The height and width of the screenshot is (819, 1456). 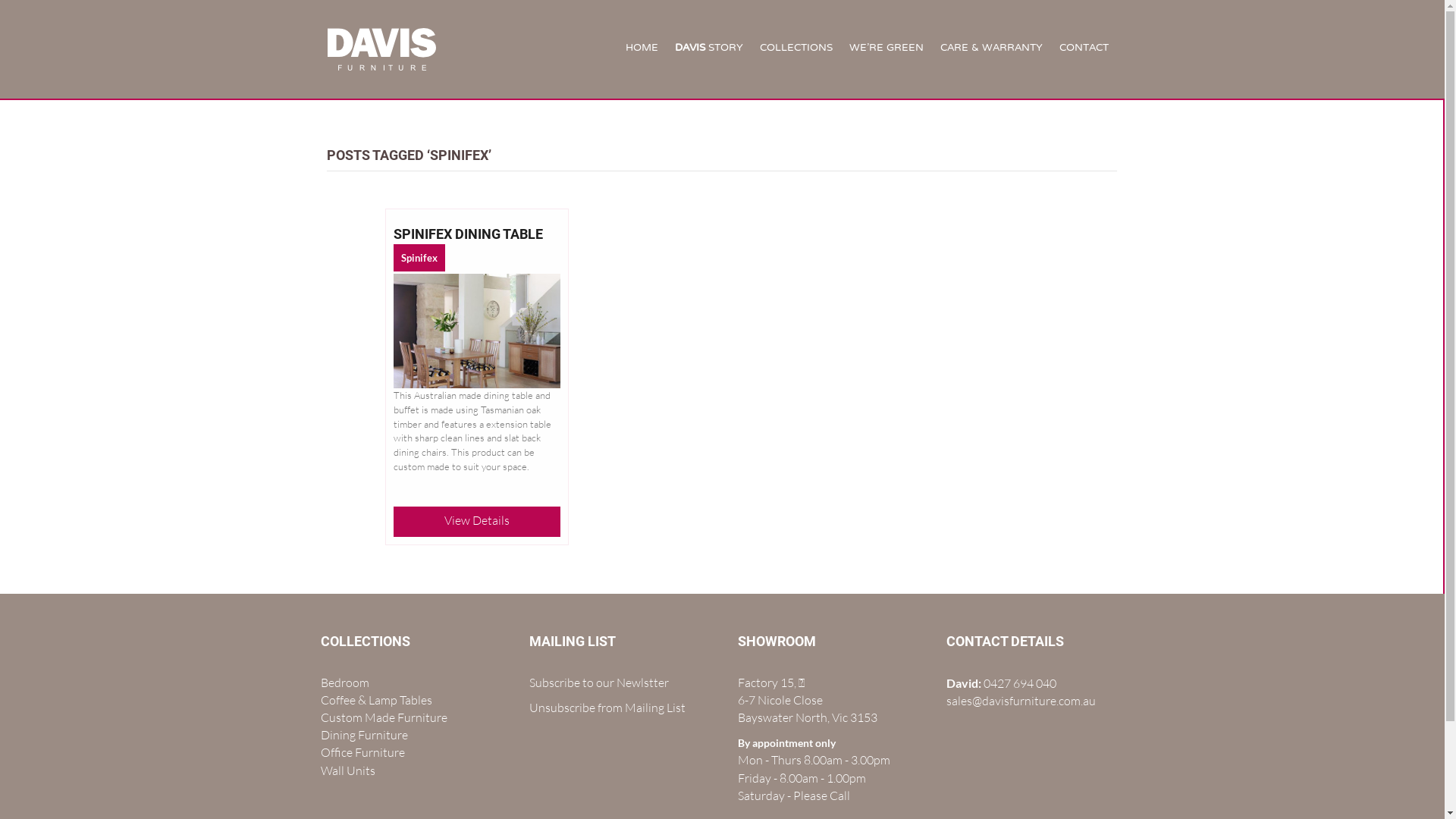 What do you see at coordinates (795, 49) in the screenshot?
I see `'COLLECTIONS'` at bounding box center [795, 49].